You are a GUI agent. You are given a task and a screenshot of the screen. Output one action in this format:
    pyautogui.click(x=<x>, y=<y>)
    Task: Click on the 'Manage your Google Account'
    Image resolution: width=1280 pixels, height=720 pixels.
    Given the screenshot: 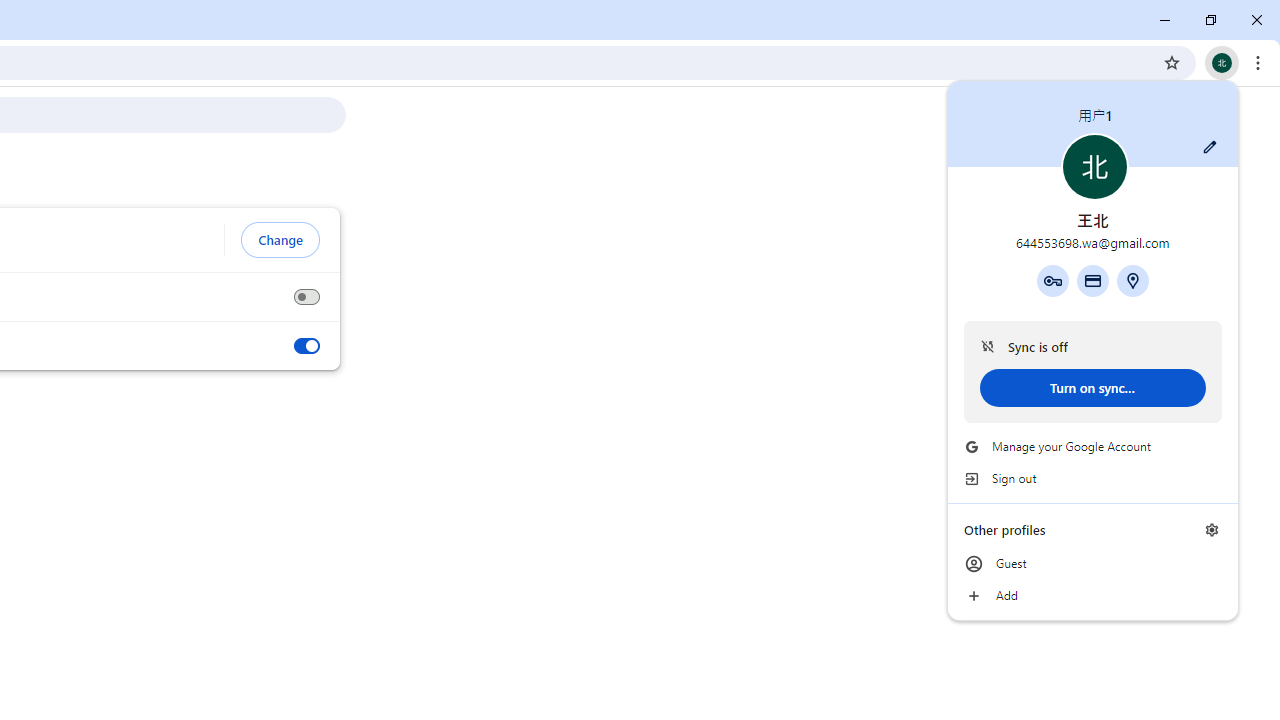 What is the action you would take?
    pyautogui.click(x=1092, y=446)
    